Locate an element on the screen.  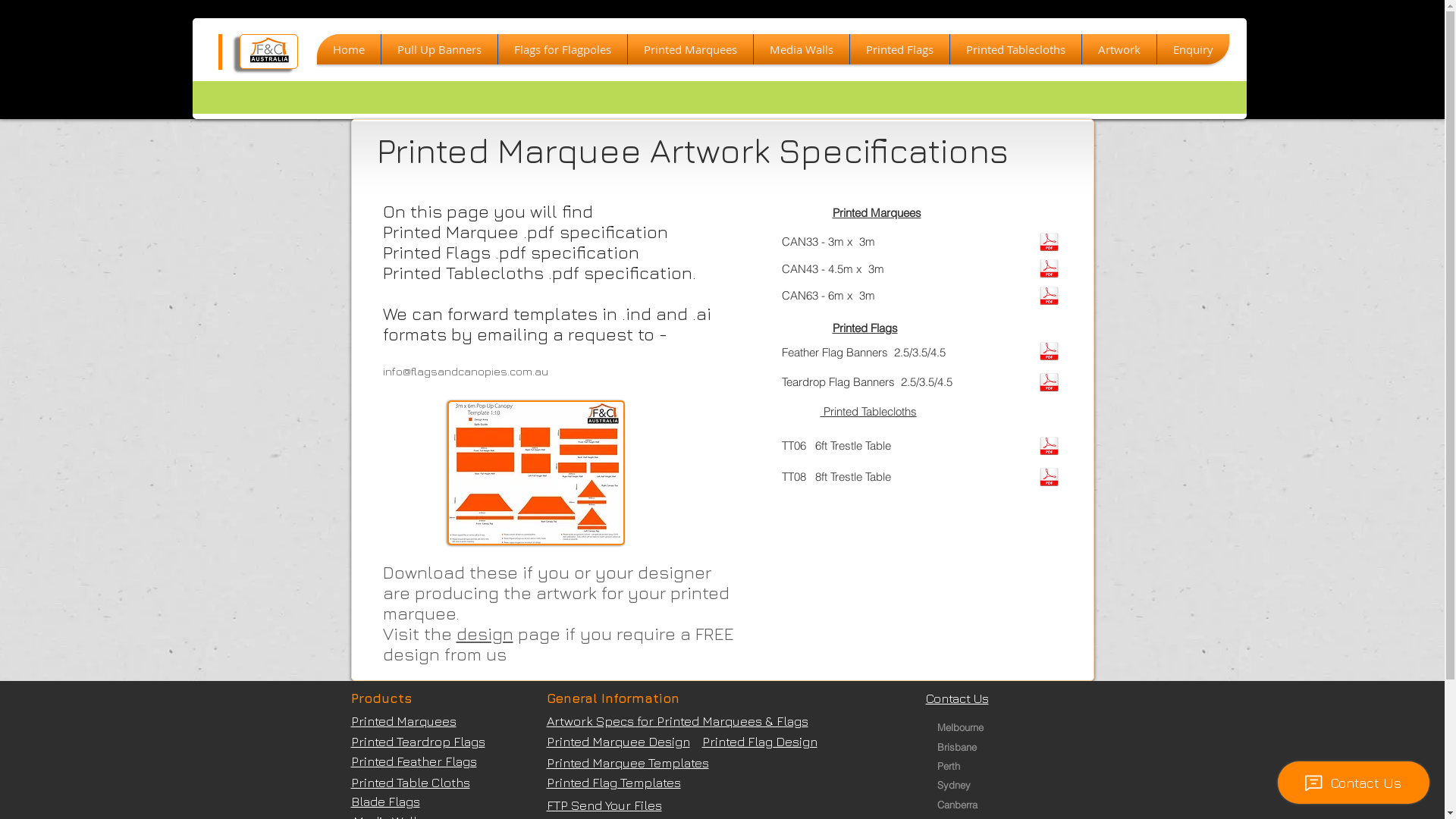
'Artwork Specs for Printed Marquees & Flags' is located at coordinates (676, 720).